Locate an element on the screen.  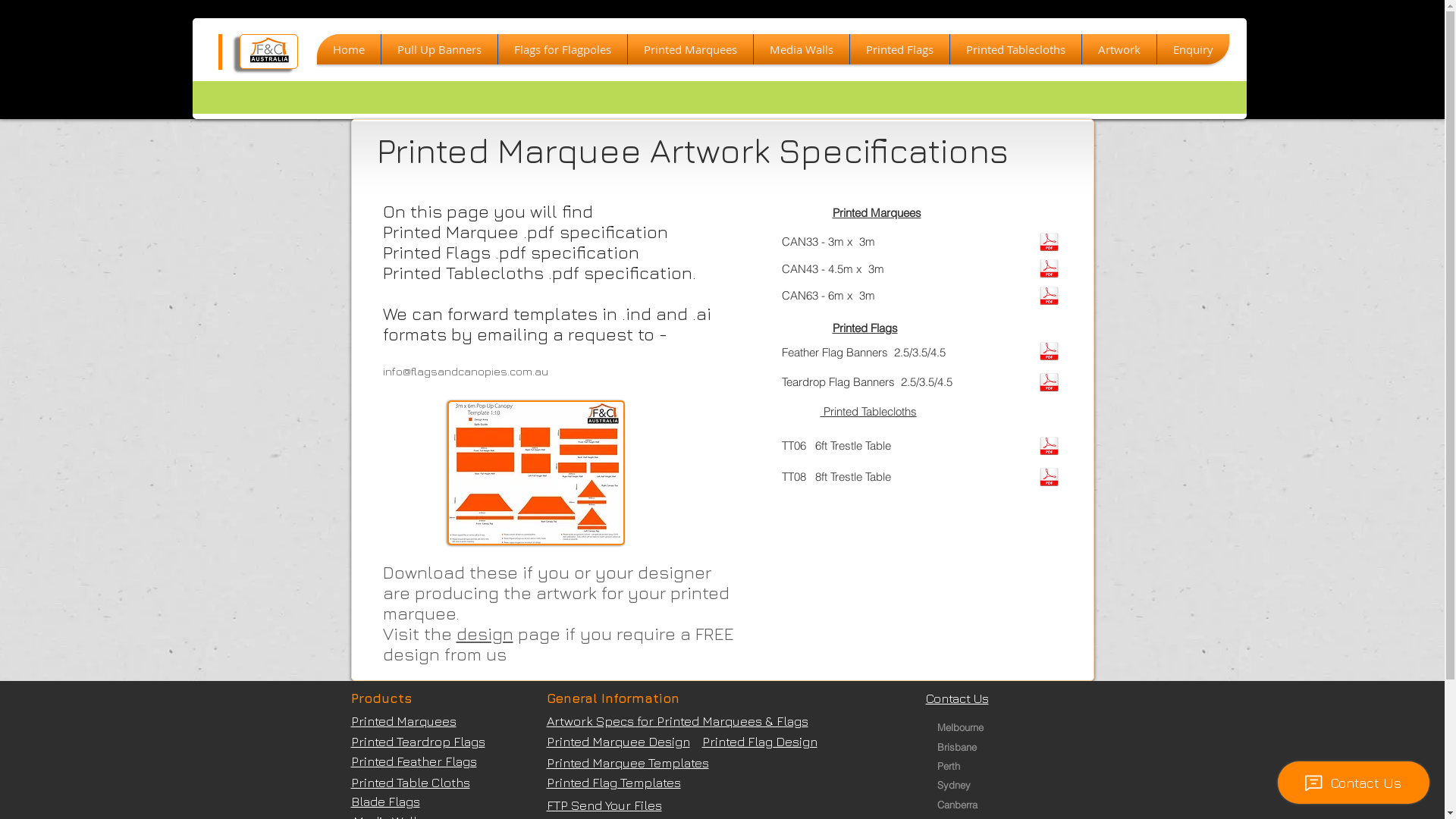
'Artwork Specs for Printed Marquees & Flags' is located at coordinates (676, 720).